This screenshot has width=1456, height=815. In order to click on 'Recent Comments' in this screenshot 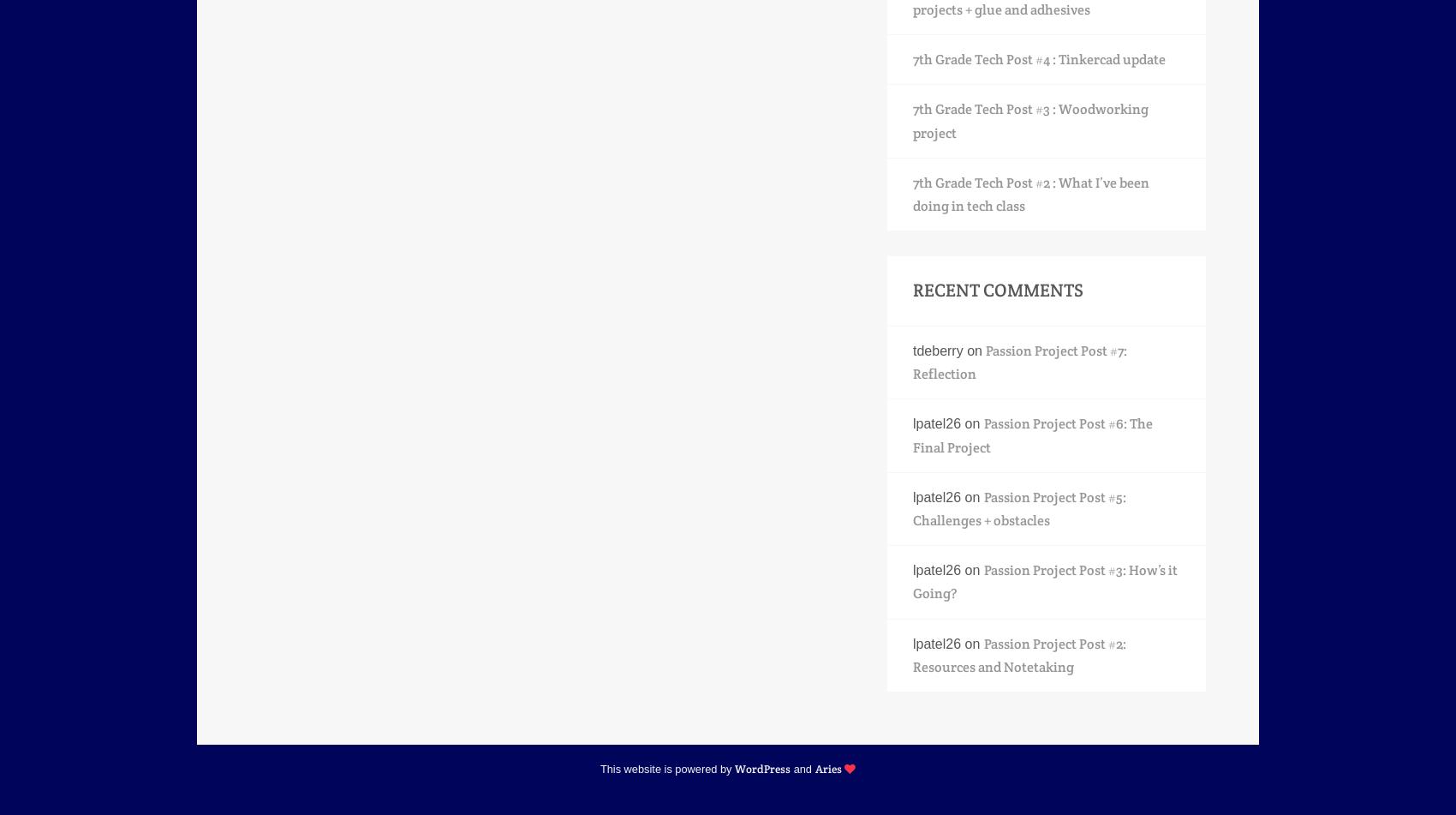, I will do `click(913, 290)`.